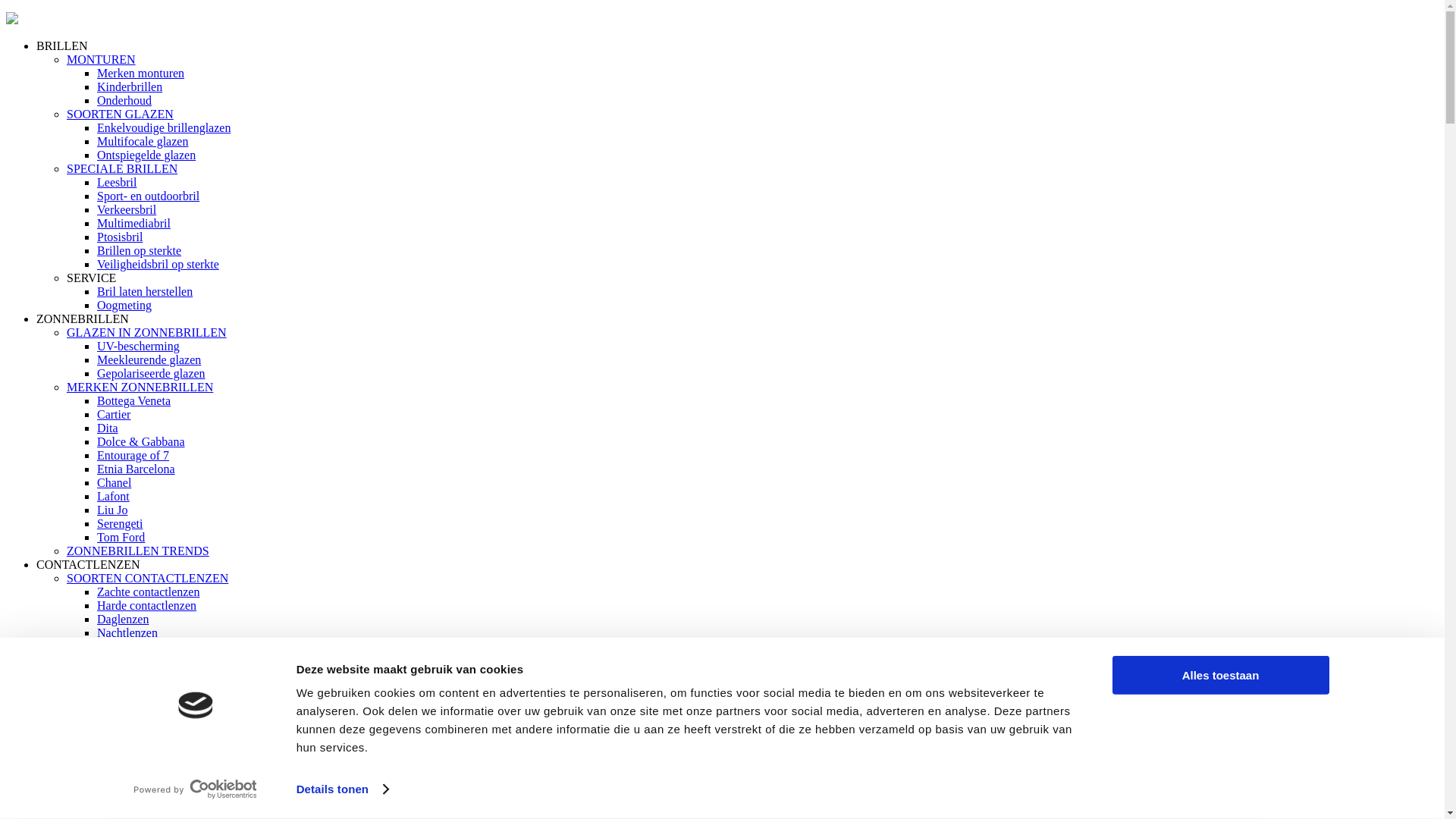 The width and height of the screenshot is (1456, 819). What do you see at coordinates (96, 659) in the screenshot?
I see `'Twee weeklenzen'` at bounding box center [96, 659].